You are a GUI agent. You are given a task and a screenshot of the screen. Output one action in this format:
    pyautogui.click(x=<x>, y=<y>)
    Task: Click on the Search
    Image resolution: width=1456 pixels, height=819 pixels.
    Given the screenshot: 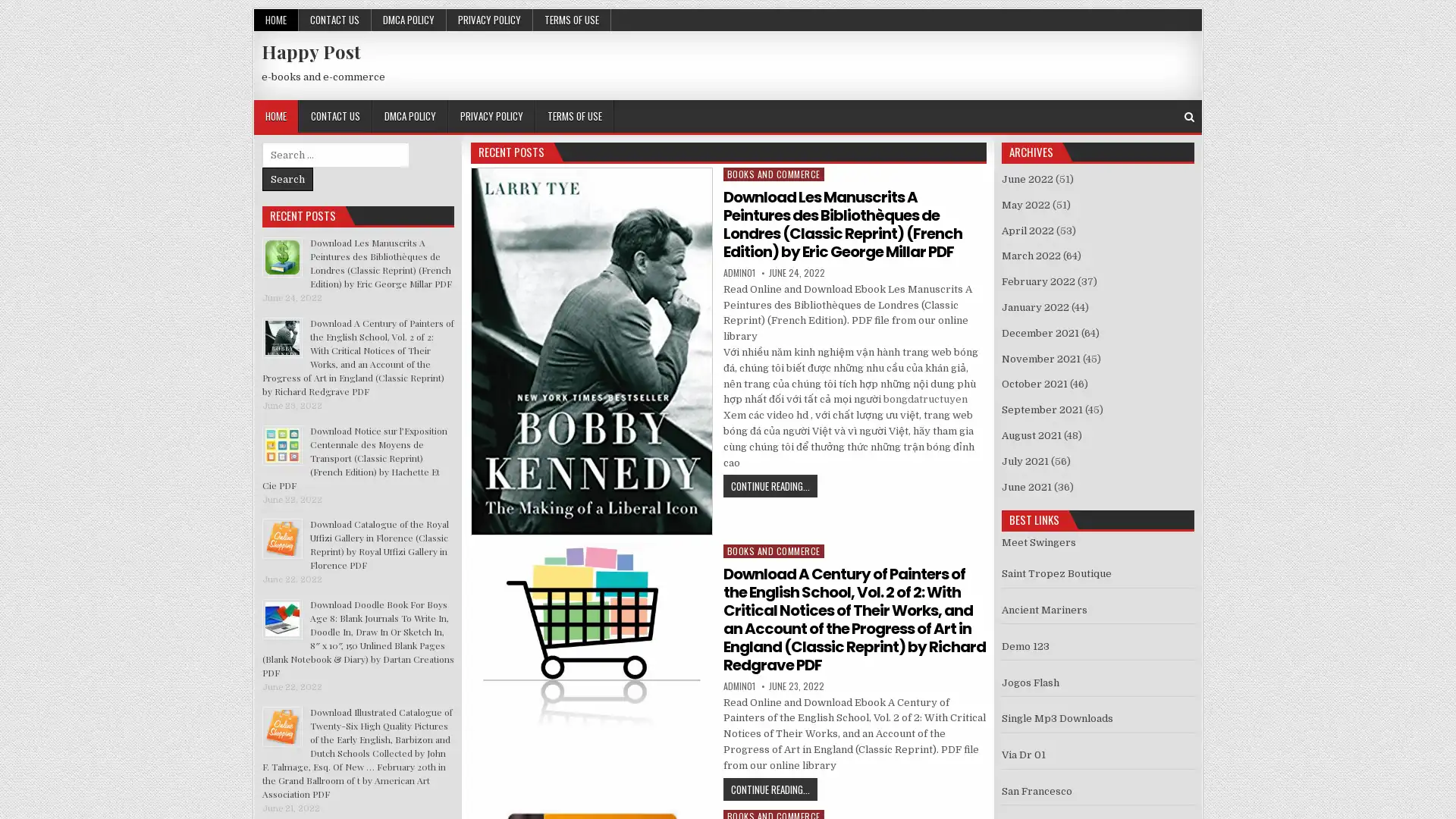 What is the action you would take?
    pyautogui.click(x=287, y=178)
    